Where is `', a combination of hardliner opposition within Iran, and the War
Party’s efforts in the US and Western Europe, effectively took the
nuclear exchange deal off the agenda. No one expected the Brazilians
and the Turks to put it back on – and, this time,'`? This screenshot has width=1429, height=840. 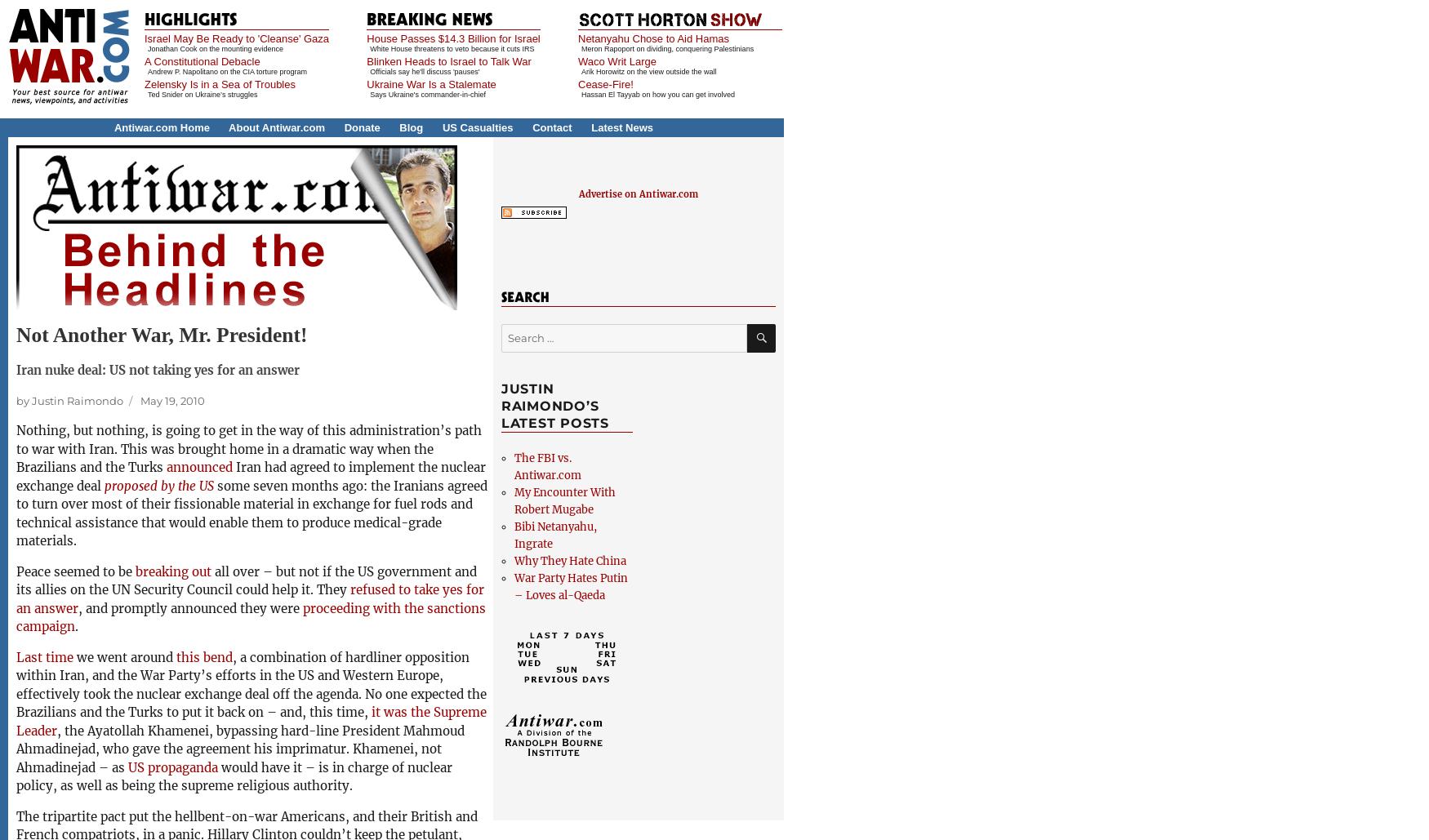 ', a combination of hardliner opposition within Iran, and the War
Party’s efforts in the US and Western Europe, effectively took the
nuclear exchange deal off the agenda. No one expected the Brazilians
and the Turks to put it back on – and, this time,' is located at coordinates (251, 683).